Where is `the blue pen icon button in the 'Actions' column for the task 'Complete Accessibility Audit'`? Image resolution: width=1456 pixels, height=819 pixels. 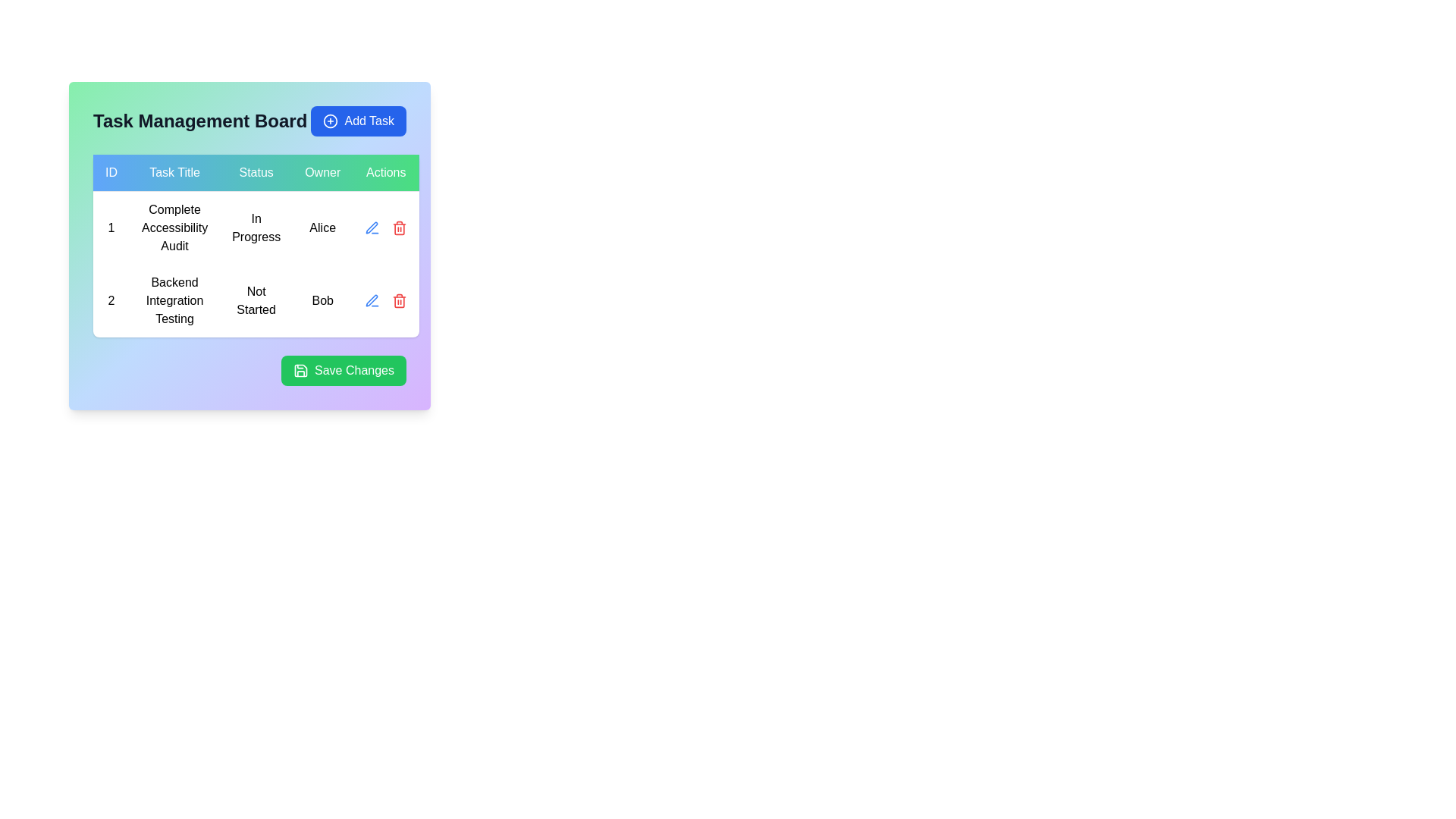 the blue pen icon button in the 'Actions' column for the task 'Complete Accessibility Audit' is located at coordinates (372, 301).